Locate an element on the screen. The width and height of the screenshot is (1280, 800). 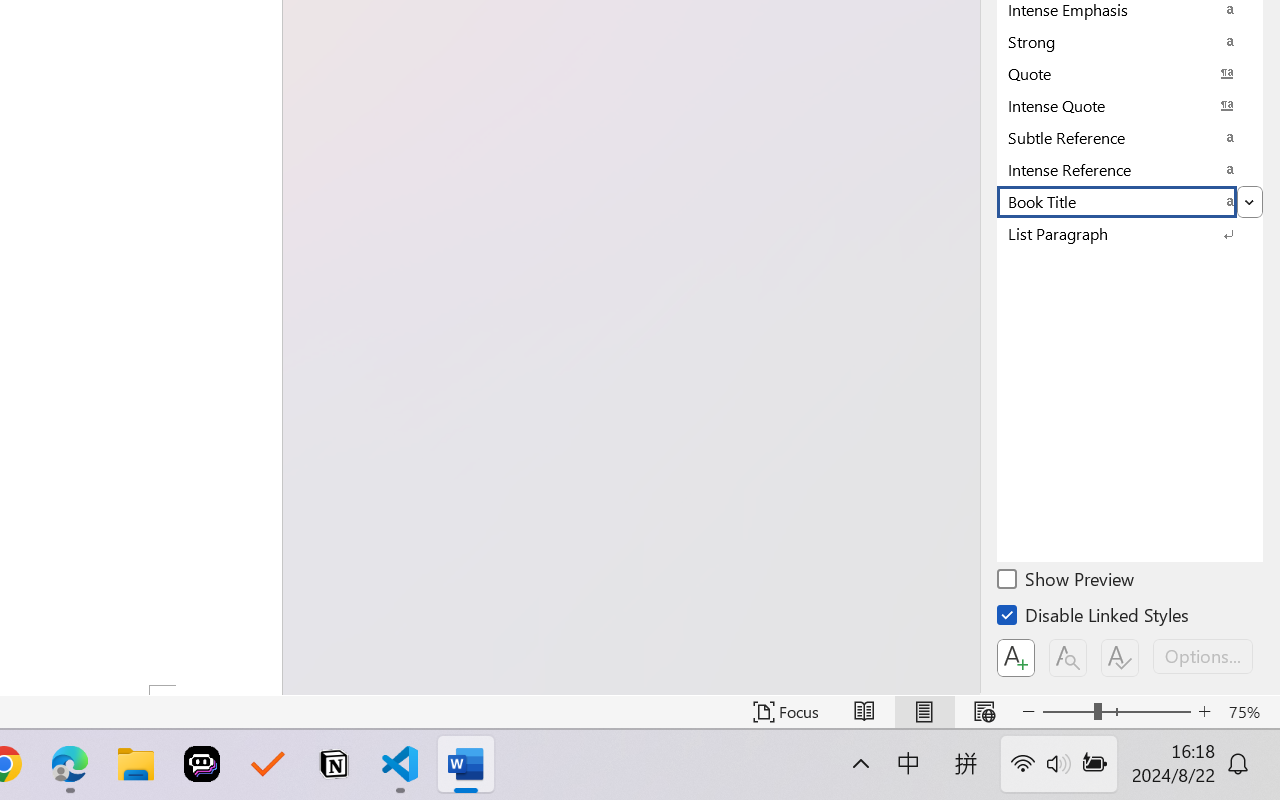
'Quote' is located at coordinates (1130, 73).